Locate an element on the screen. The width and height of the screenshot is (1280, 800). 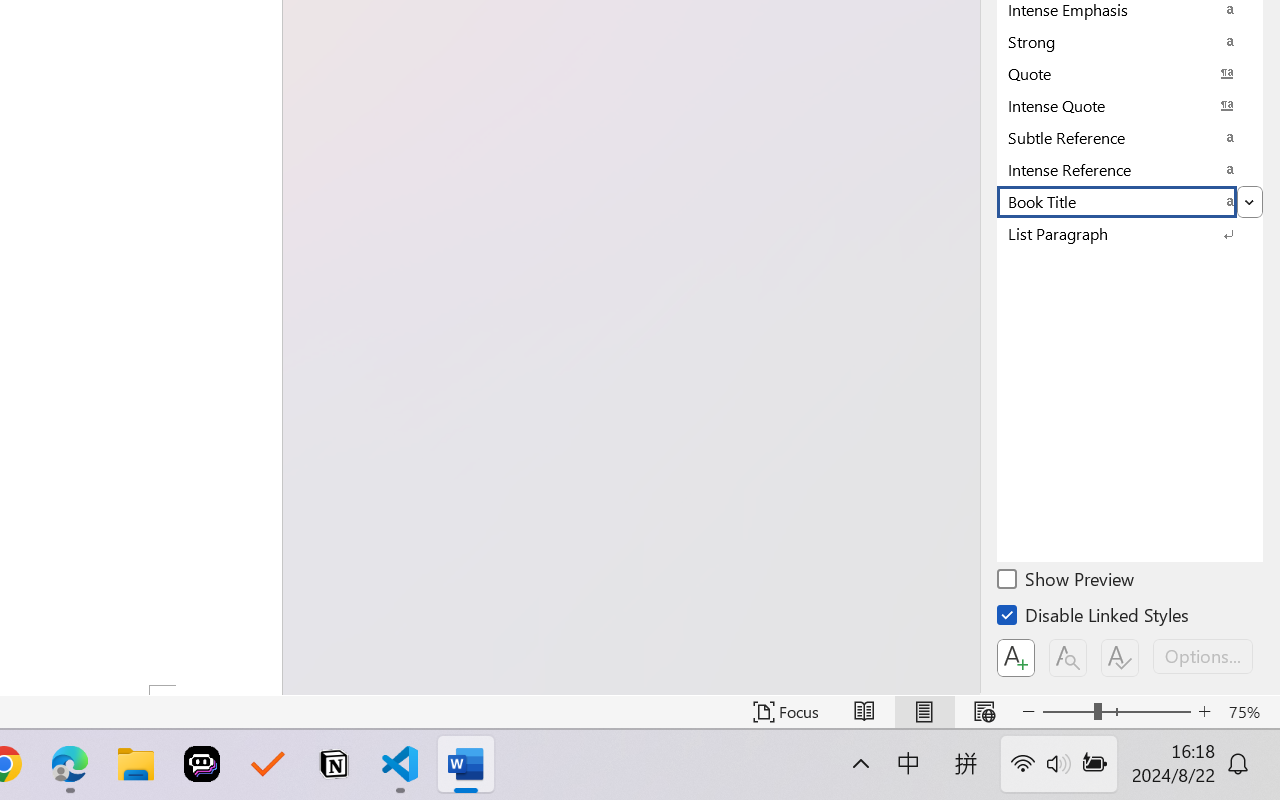
'Quote' is located at coordinates (1130, 73).